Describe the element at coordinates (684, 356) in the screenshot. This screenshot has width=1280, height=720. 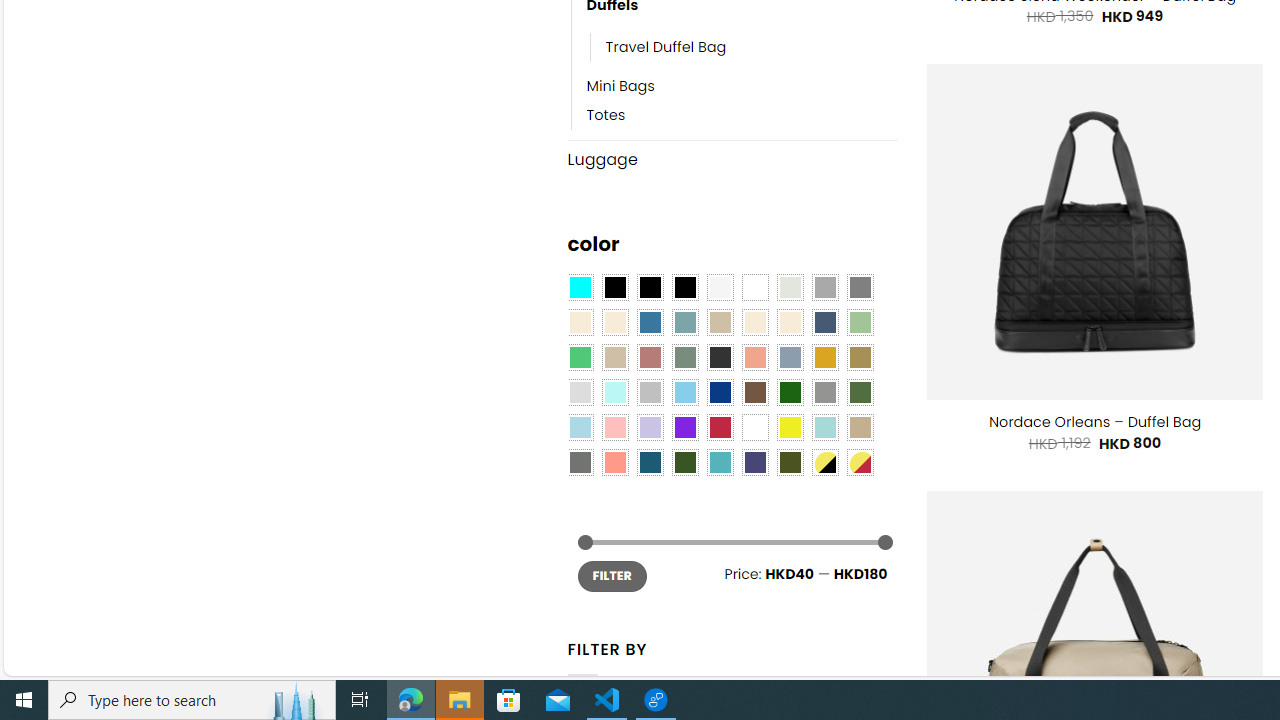
I see `'Sage'` at that location.